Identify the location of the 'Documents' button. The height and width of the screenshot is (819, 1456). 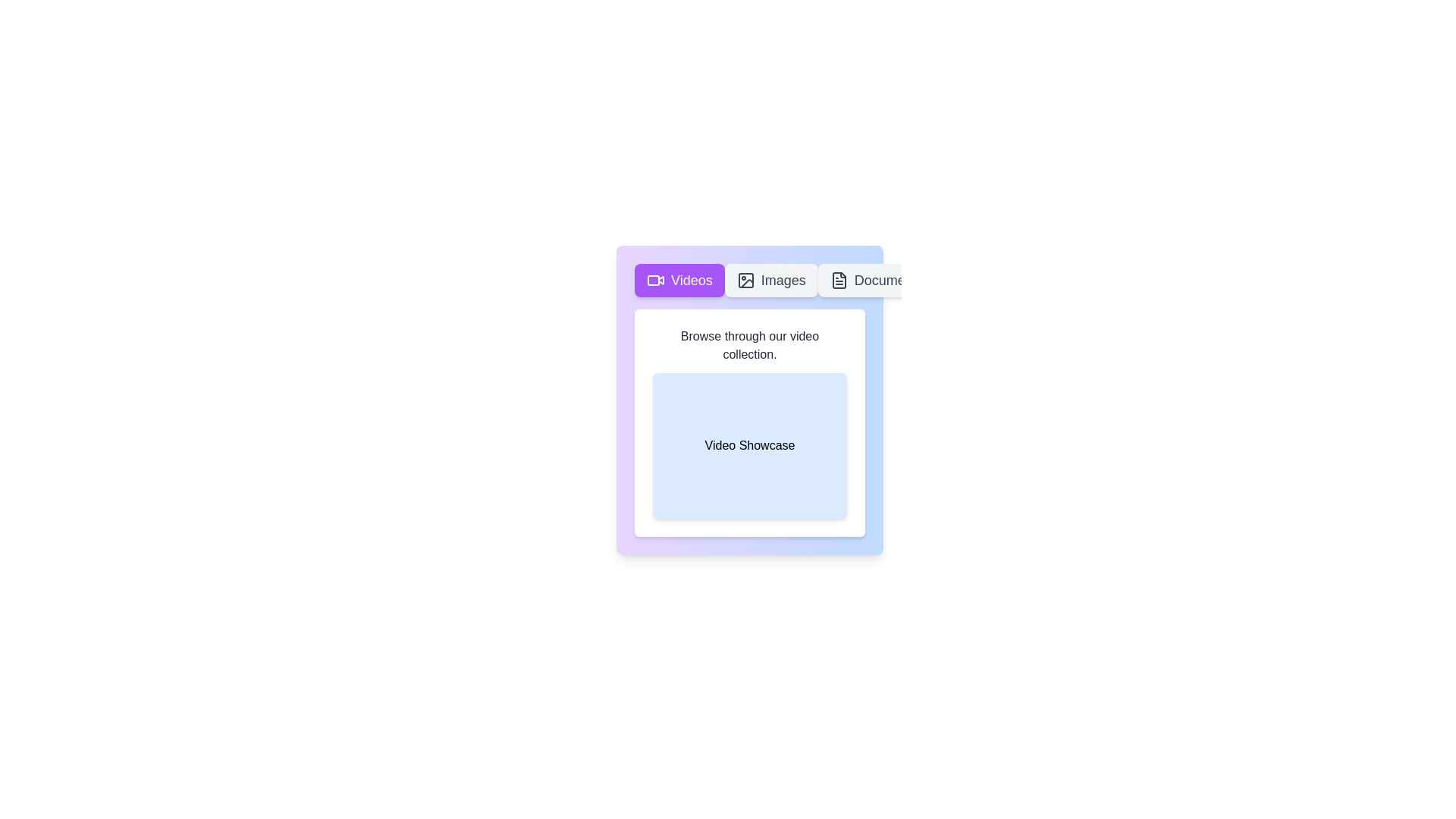
(877, 281).